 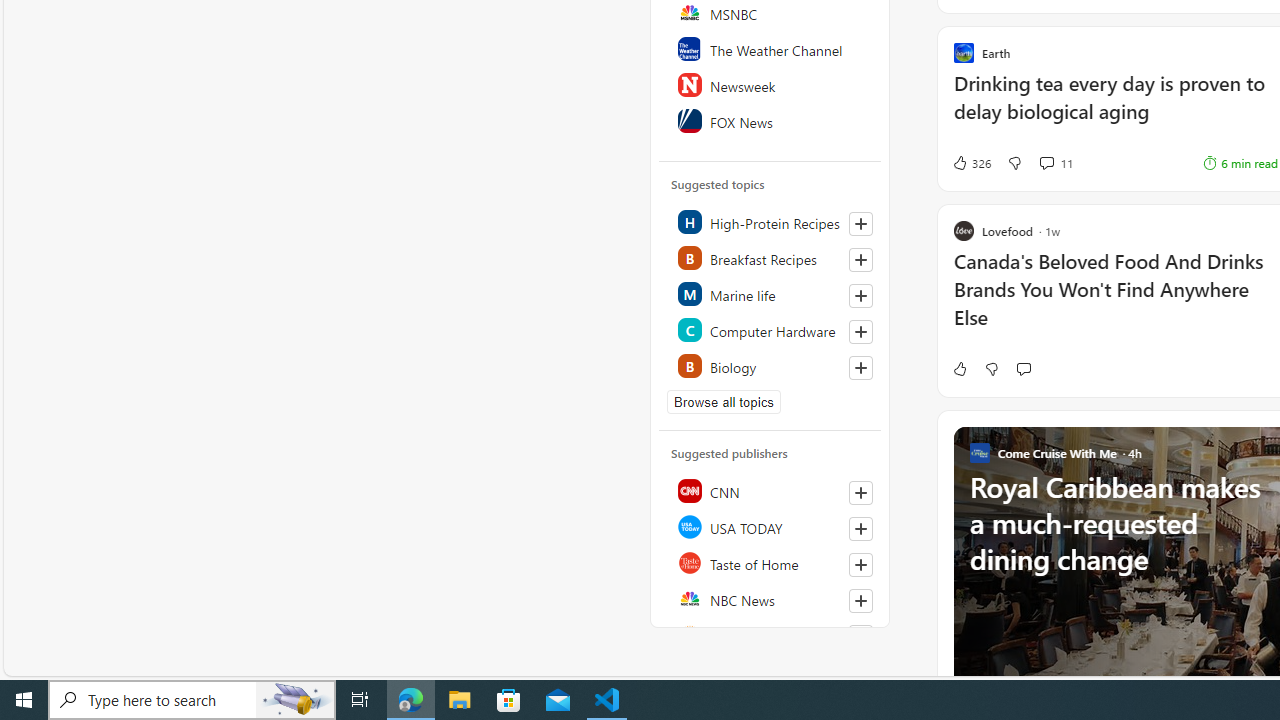 I want to click on 'Drinking tea every day is proven to delay biological aging', so click(x=1114, y=108).